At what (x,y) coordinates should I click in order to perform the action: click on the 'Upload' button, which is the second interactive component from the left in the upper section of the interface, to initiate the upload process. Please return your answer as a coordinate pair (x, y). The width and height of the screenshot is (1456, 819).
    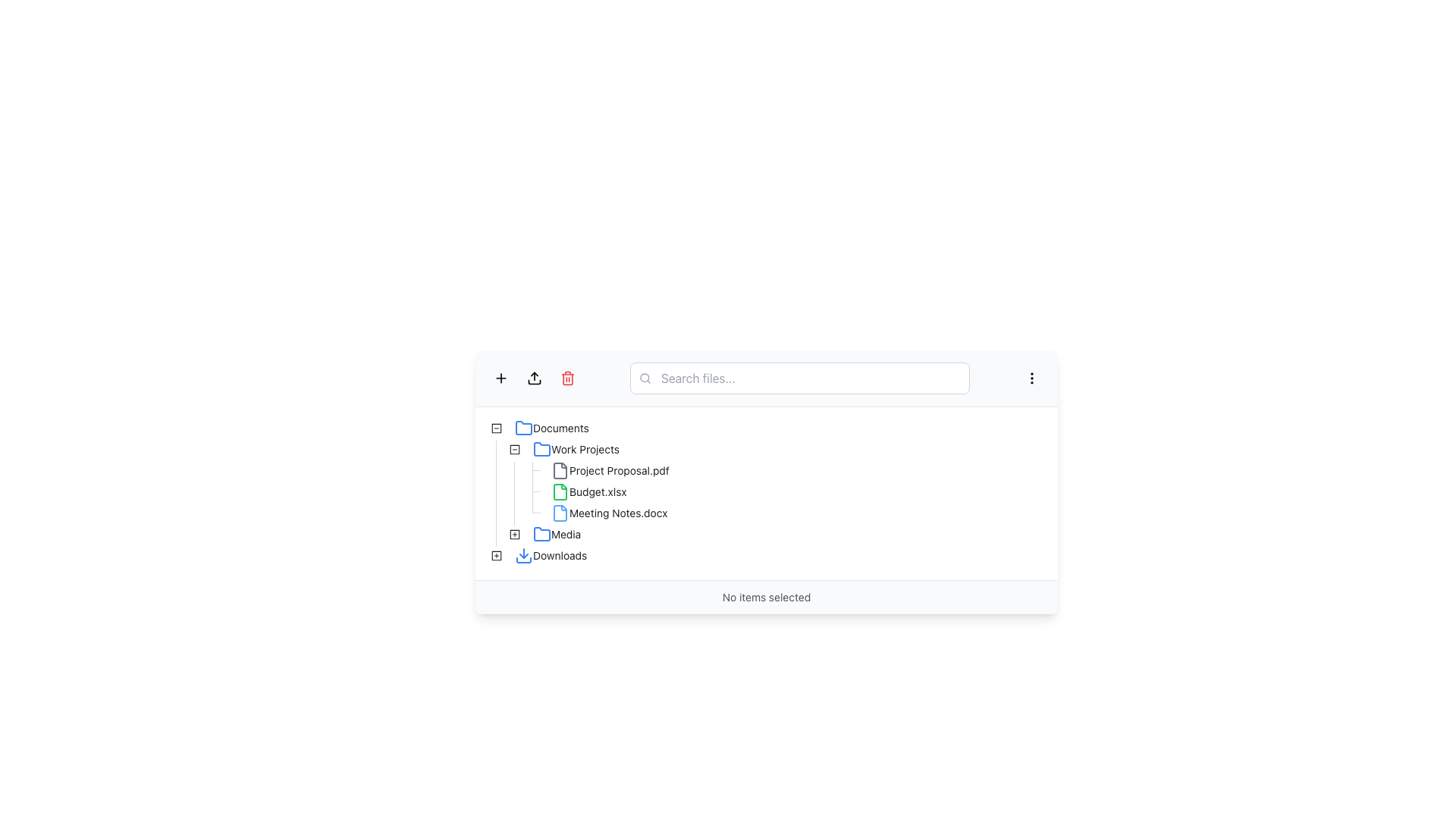
    Looking at the image, I should click on (535, 377).